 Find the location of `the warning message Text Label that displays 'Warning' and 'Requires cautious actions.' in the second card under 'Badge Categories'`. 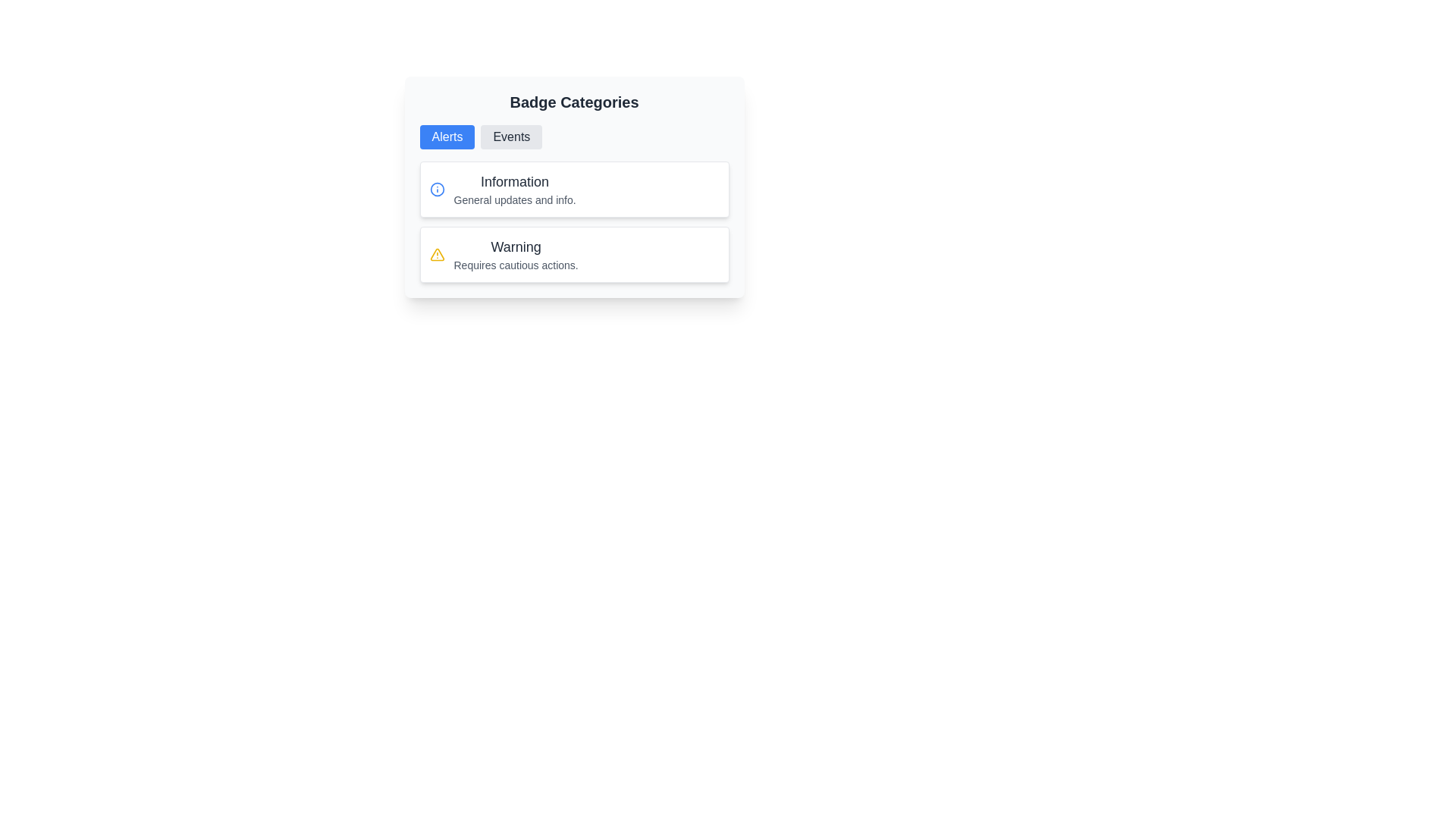

the warning message Text Label that displays 'Warning' and 'Requires cautious actions.' in the second card under 'Badge Categories' is located at coordinates (516, 253).